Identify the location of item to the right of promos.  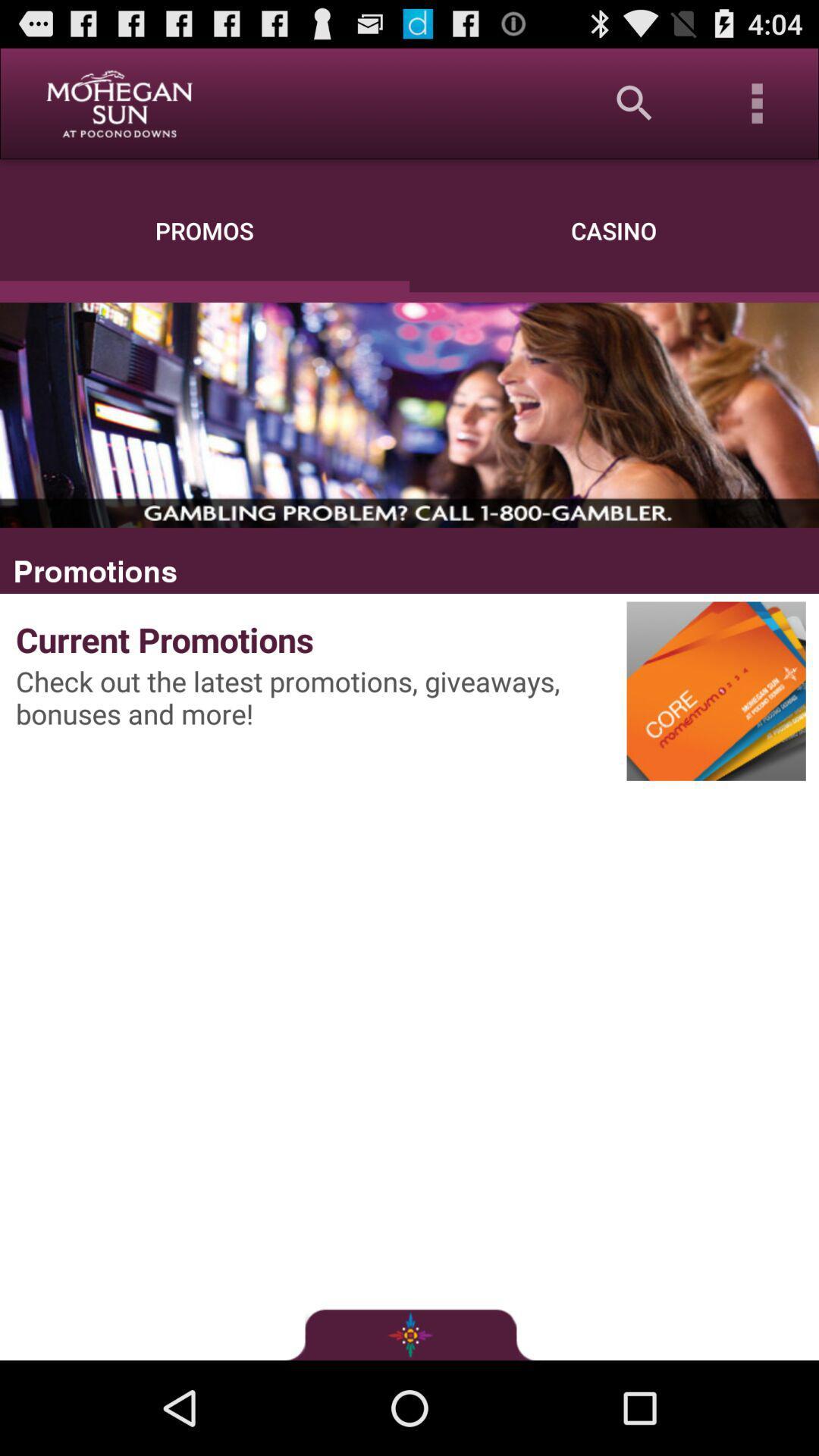
(635, 102).